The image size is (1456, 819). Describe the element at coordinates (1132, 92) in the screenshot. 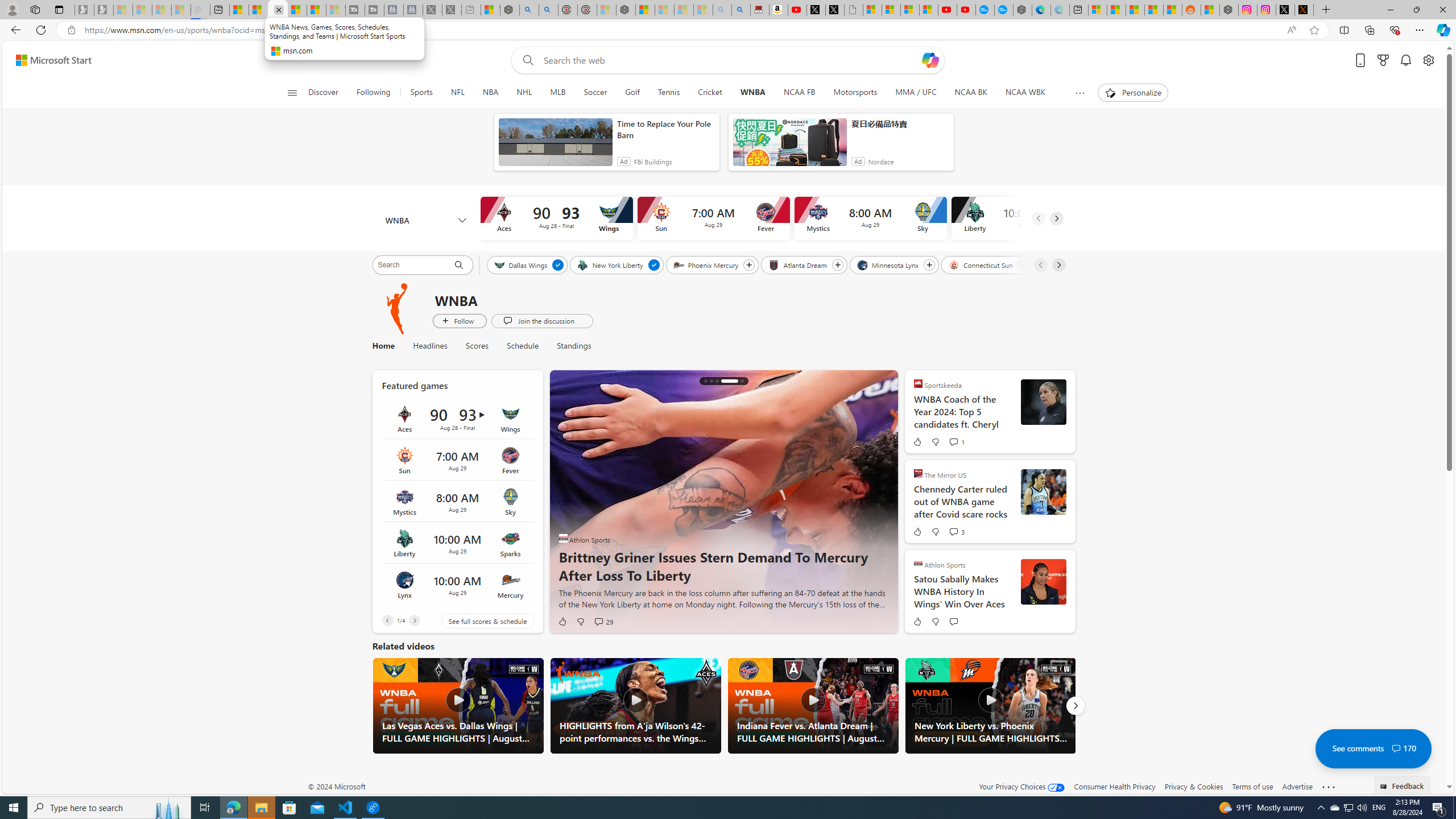

I see `'Personalize'` at that location.